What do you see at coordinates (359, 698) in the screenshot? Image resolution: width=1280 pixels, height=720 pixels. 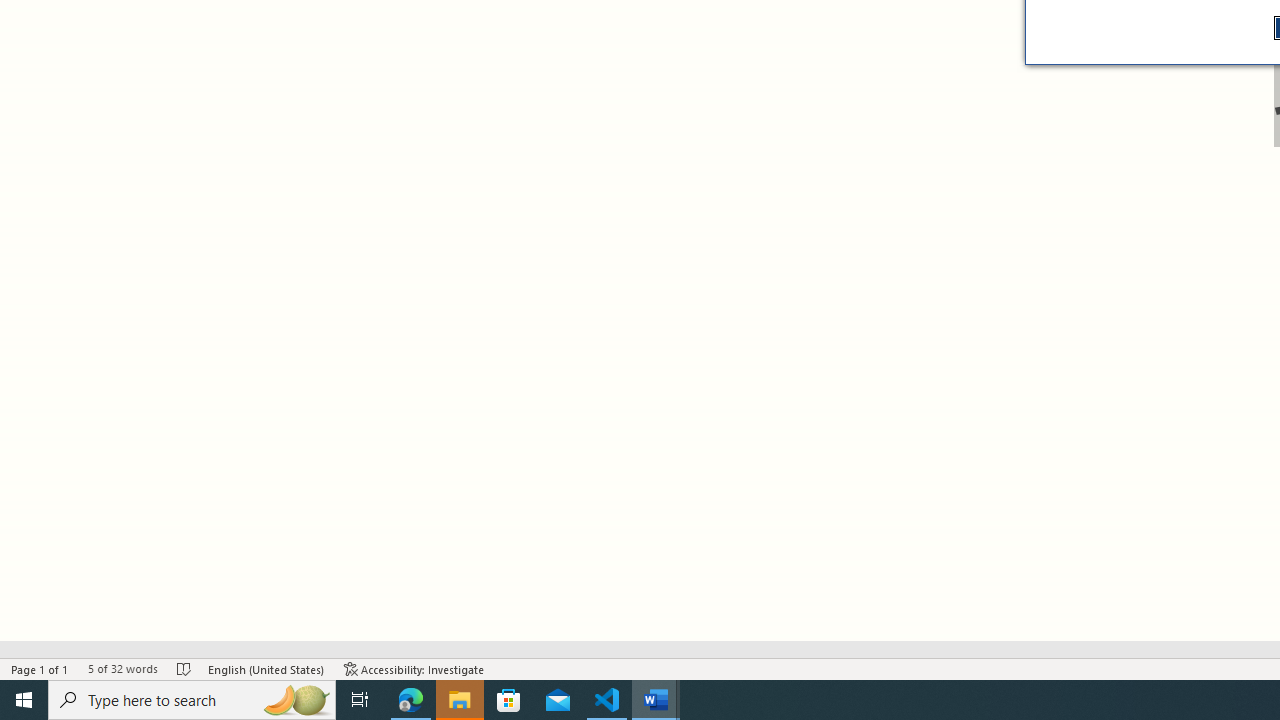 I see `'Task View'` at bounding box center [359, 698].